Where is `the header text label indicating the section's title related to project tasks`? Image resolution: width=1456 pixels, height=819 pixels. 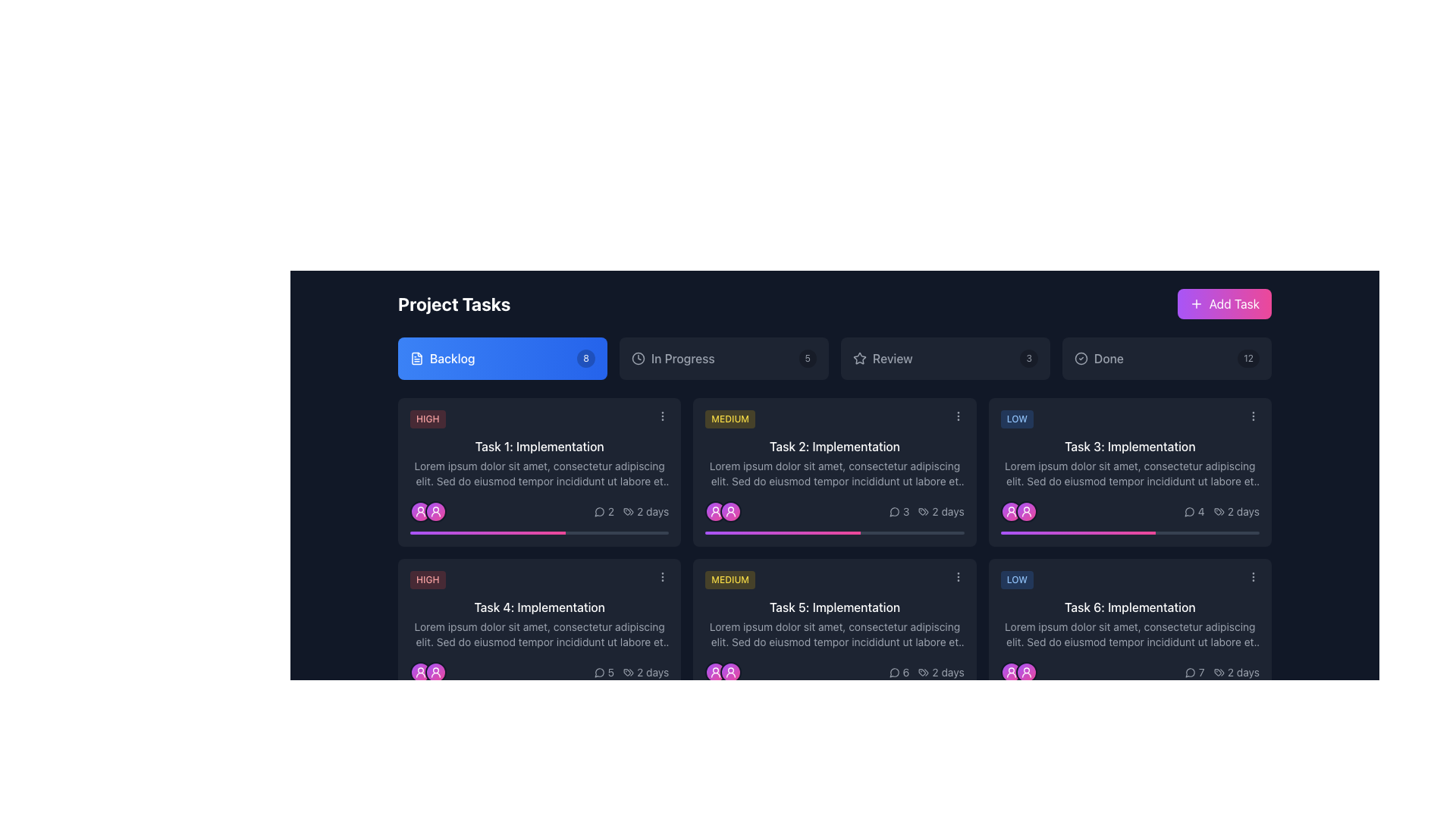
the header text label indicating the section's title related to project tasks is located at coordinates (453, 304).